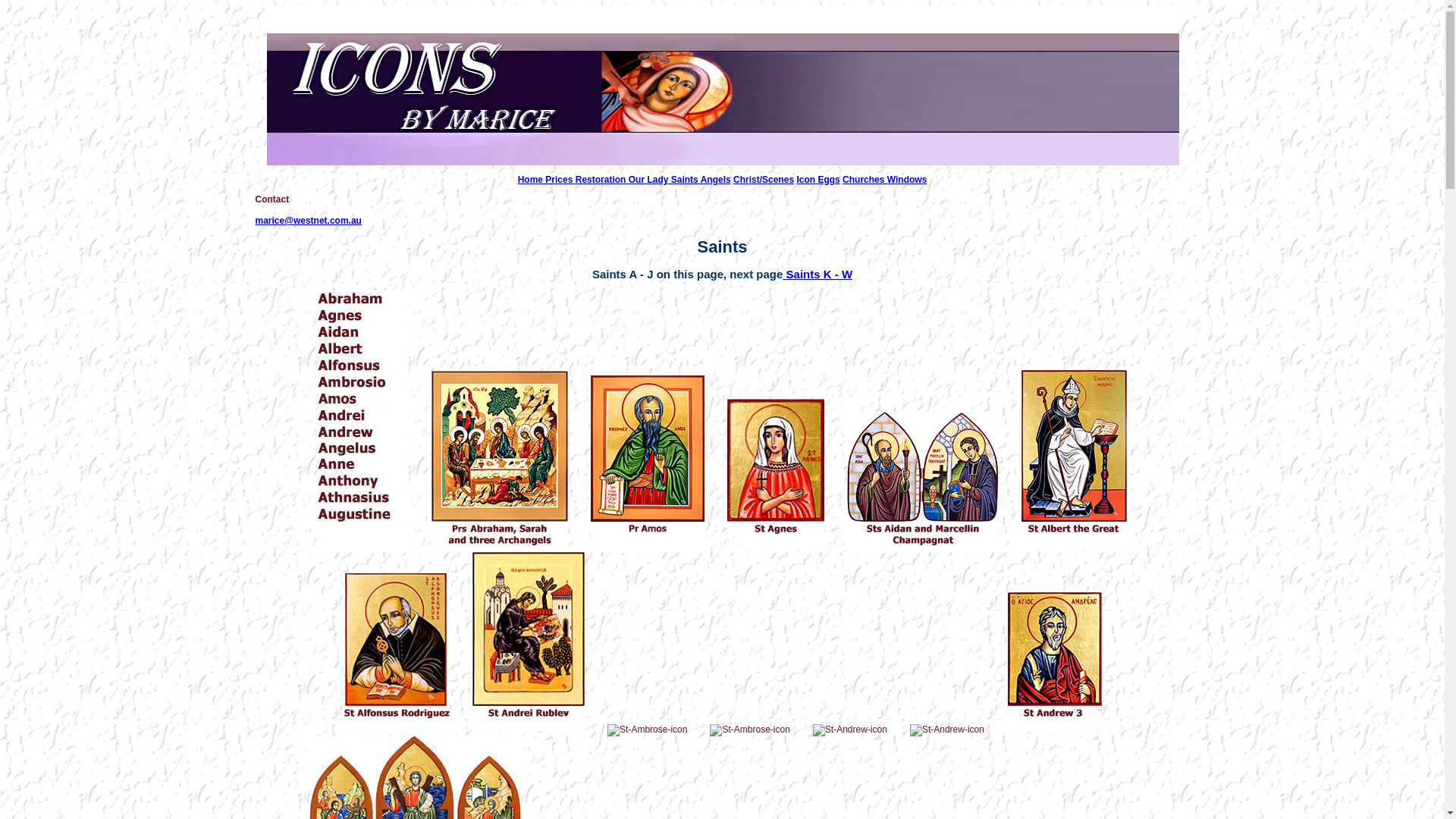 The width and height of the screenshot is (1456, 819). What do you see at coordinates (559, 178) in the screenshot?
I see `'Prices'` at bounding box center [559, 178].